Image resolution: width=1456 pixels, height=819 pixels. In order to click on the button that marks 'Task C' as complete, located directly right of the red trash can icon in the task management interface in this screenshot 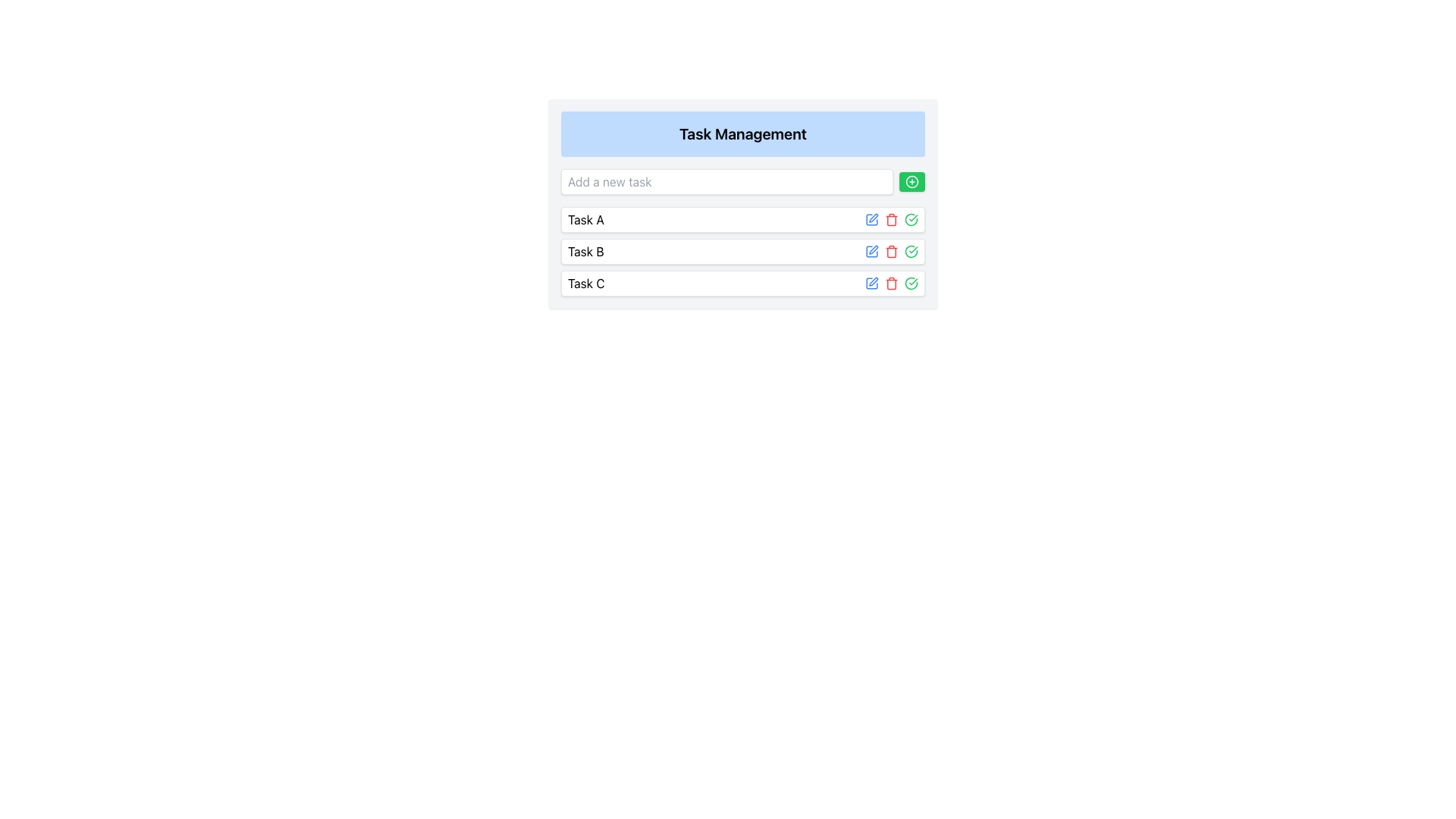, I will do `click(910, 219)`.